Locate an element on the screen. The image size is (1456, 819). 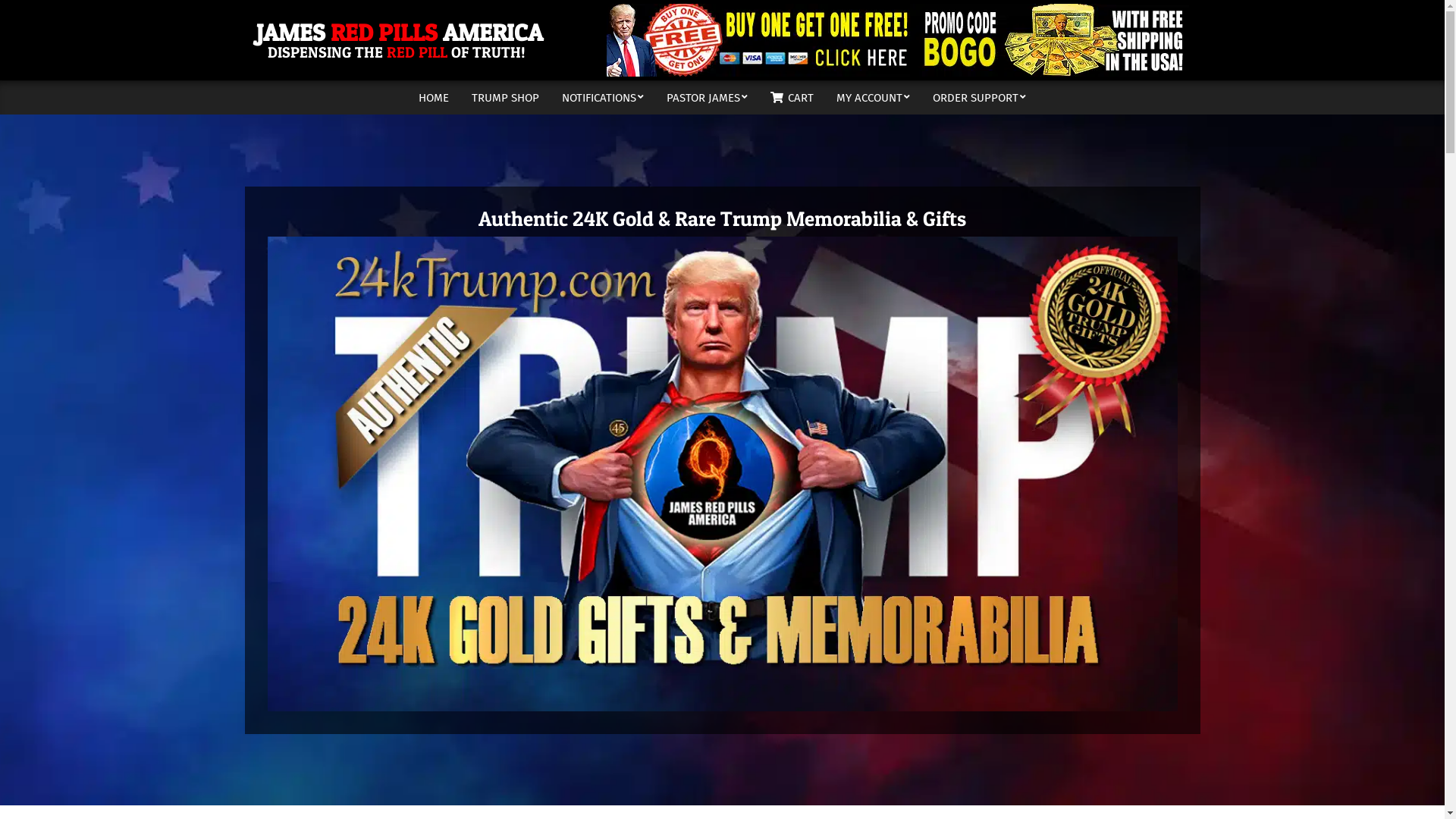
'HOME' is located at coordinates (432, 97).